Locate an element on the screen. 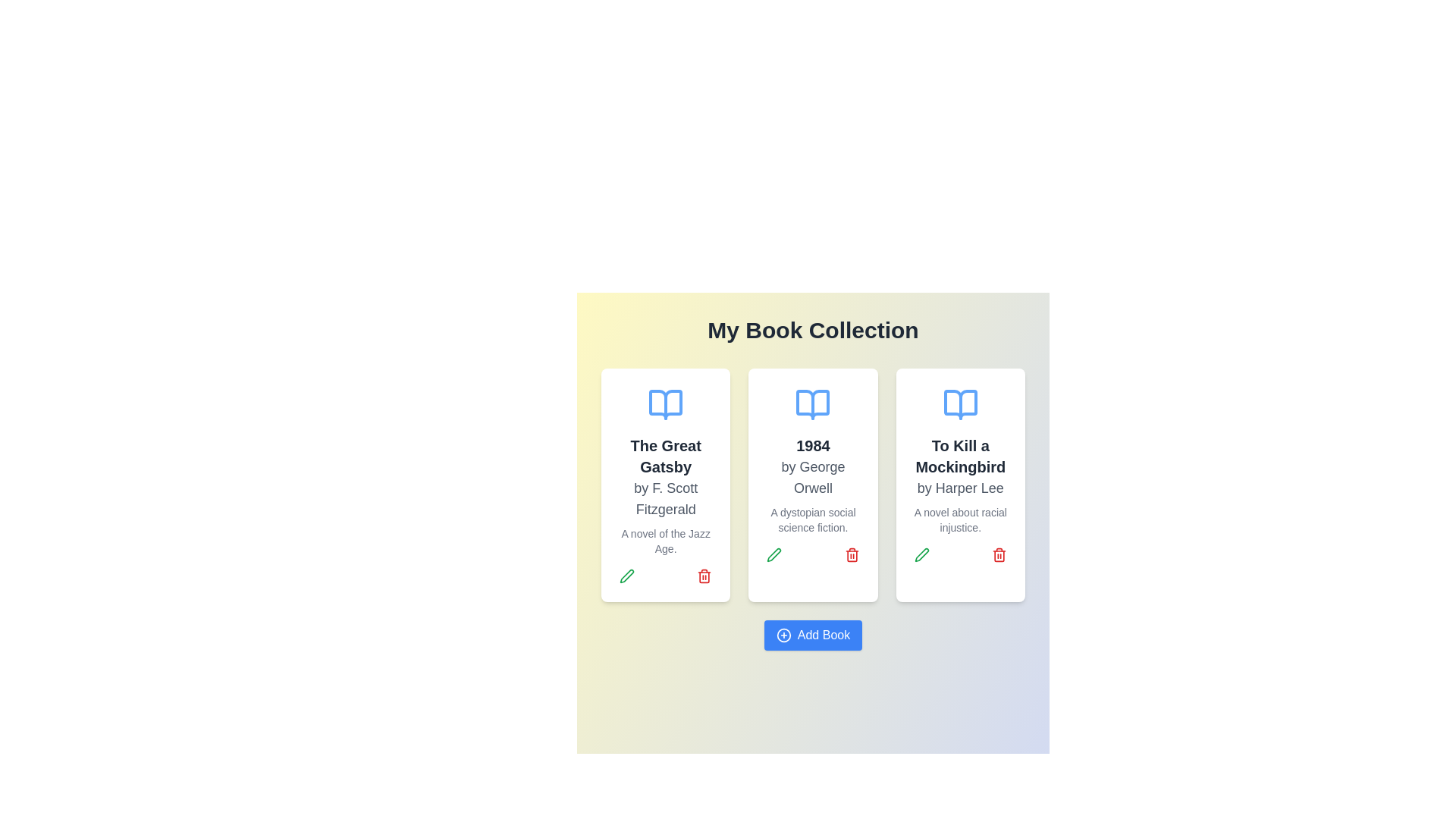 The image size is (1456, 819). the title text 'To Kill a Mockingbird' displayed in the third card from the left, which serves as an informational label for the book is located at coordinates (959, 455).